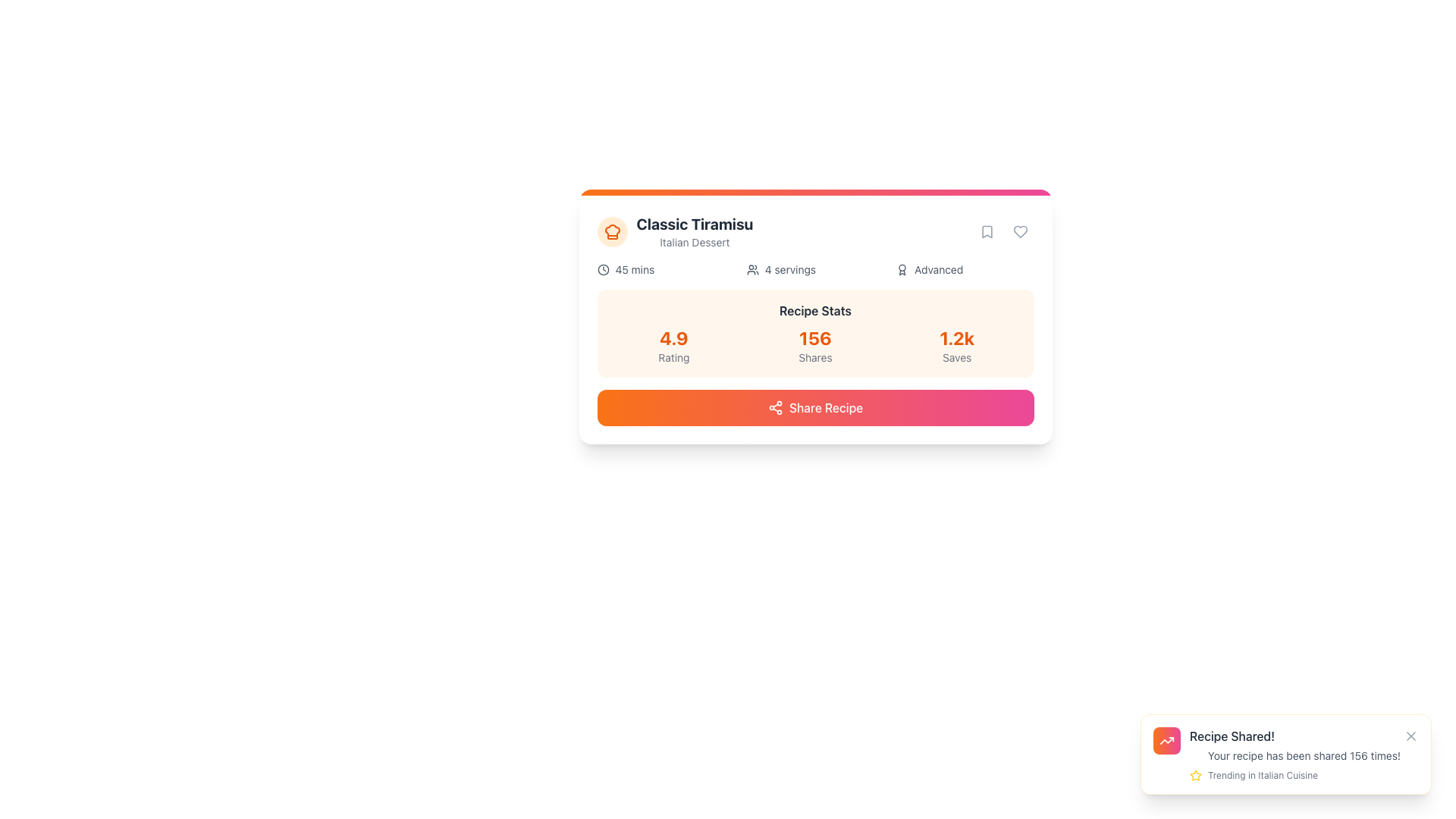 The width and height of the screenshot is (1456, 819). What do you see at coordinates (814, 309) in the screenshot?
I see `the 'Recipe Stats' text label, which is displayed in bold sans-serif font and colored dark gray, located at the top center of the statistics section below the title 'Classic Tiramisu'` at bounding box center [814, 309].